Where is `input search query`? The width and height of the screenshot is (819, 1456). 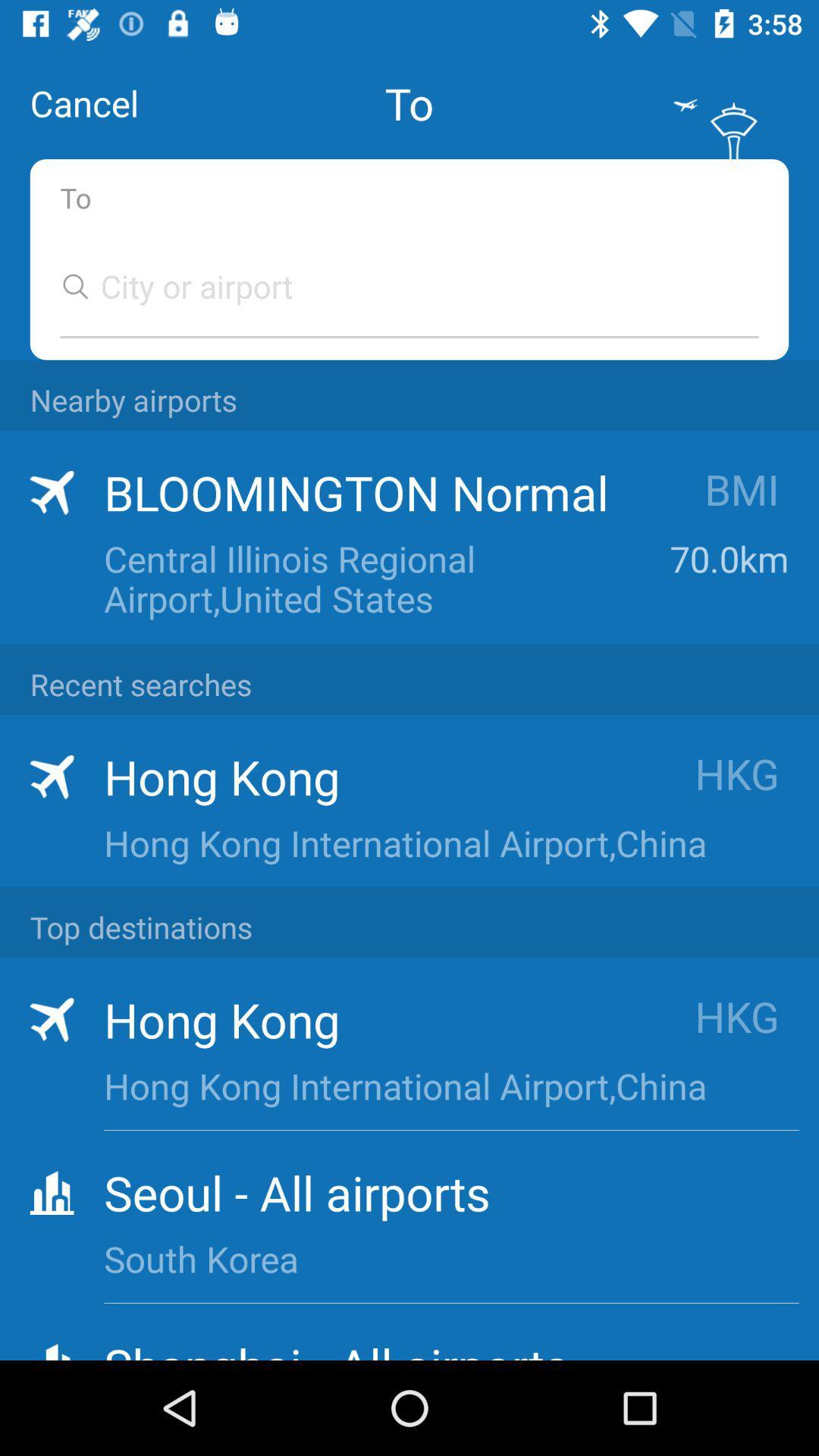 input search query is located at coordinates (394, 286).